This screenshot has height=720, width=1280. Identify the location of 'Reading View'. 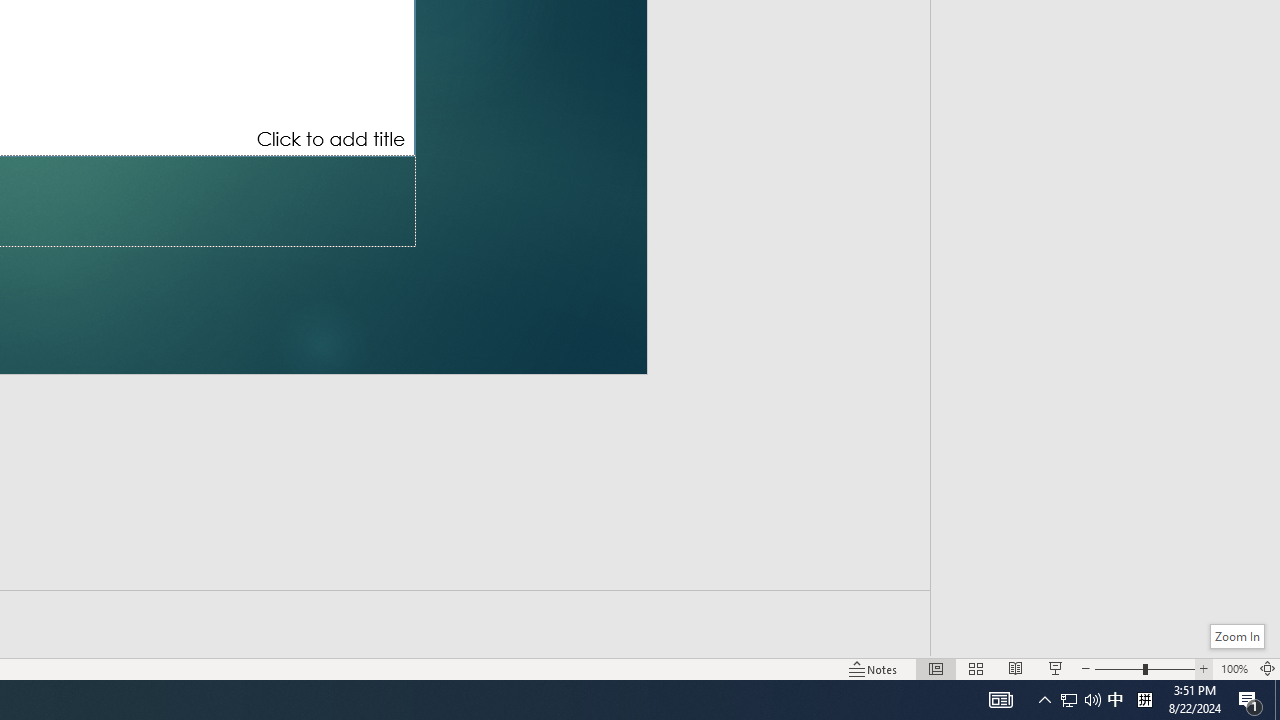
(1015, 669).